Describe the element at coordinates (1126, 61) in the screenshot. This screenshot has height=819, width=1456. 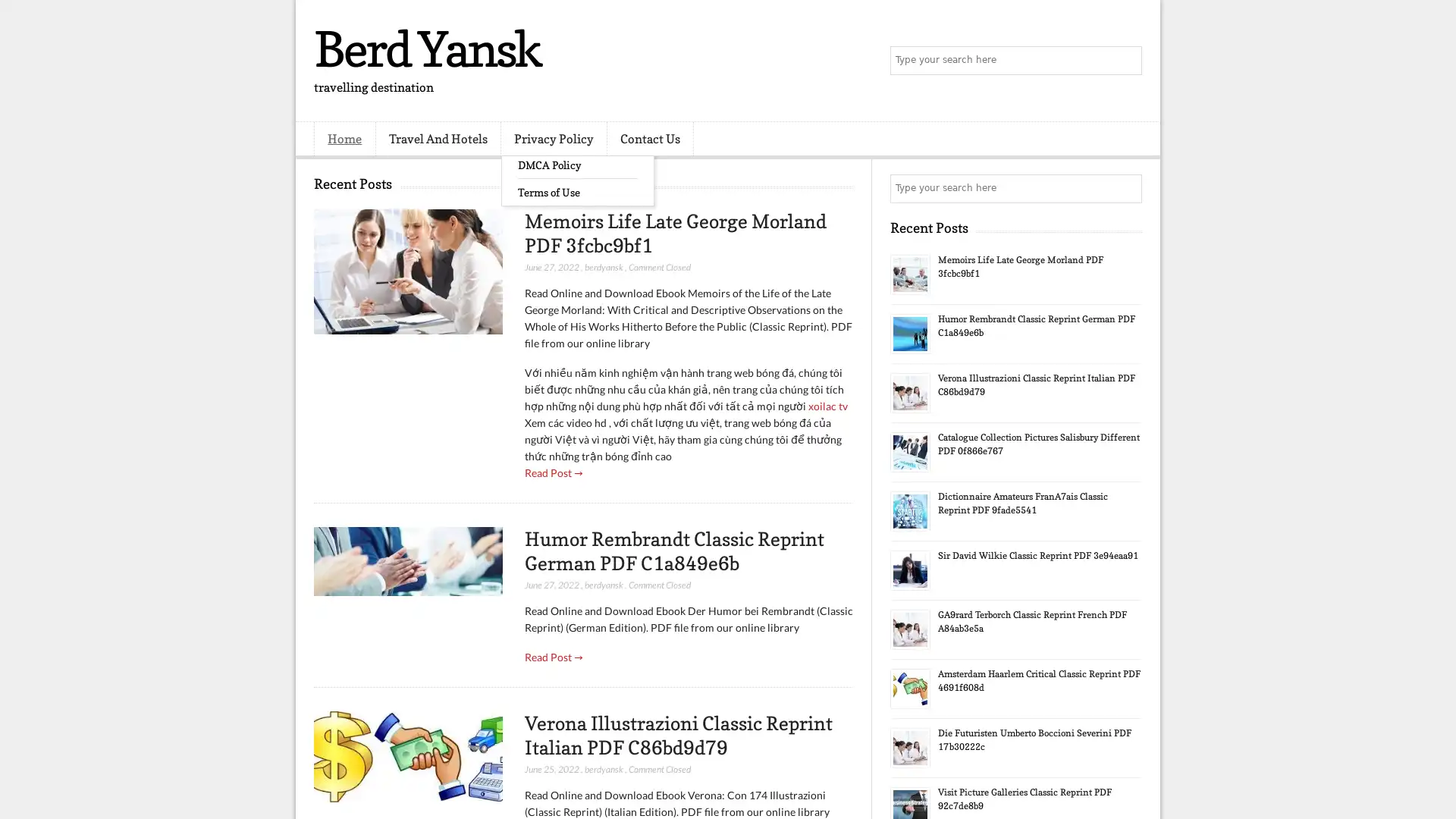
I see `Search` at that location.